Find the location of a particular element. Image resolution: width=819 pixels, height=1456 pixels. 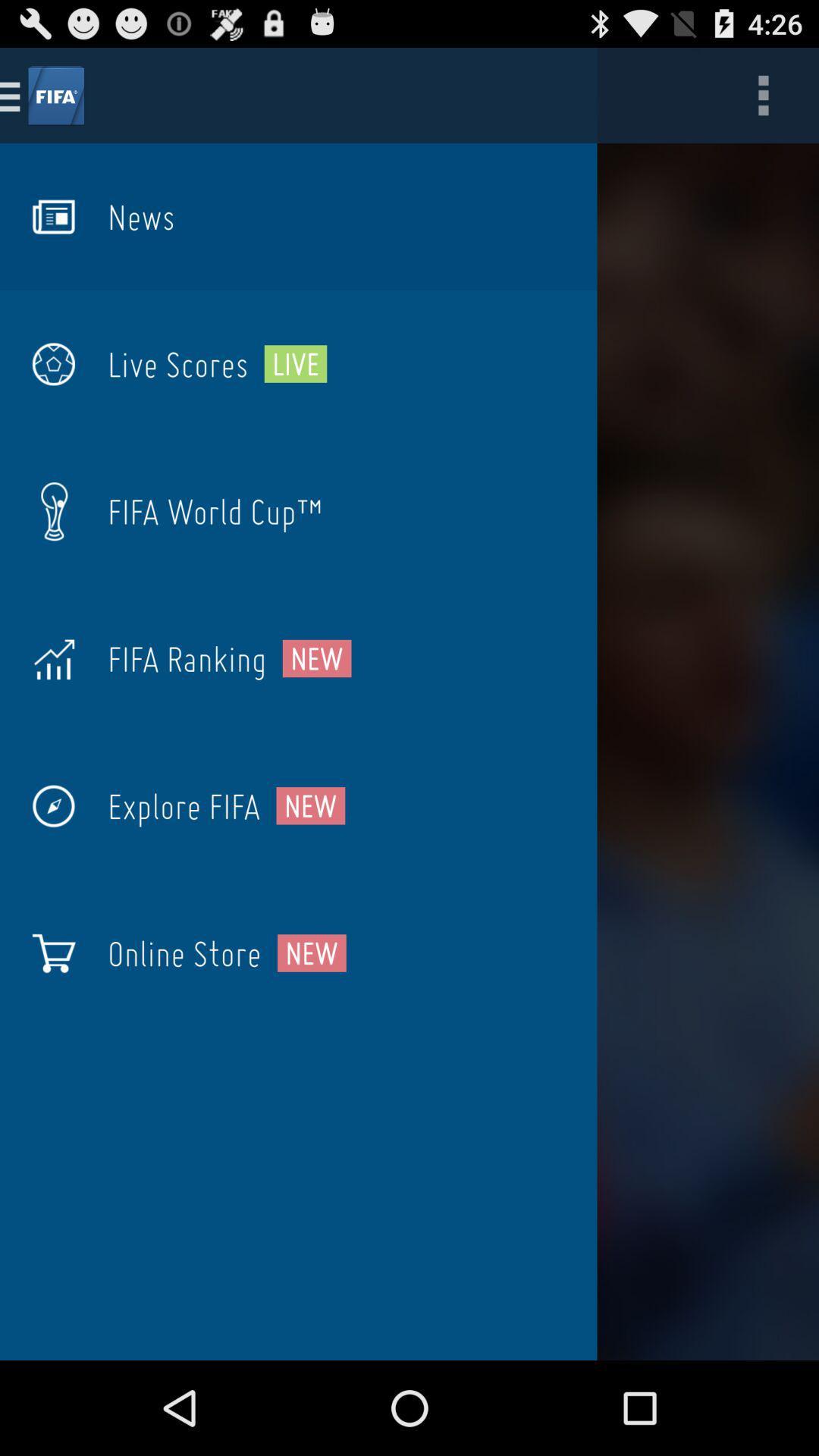

the icon next to new icon is located at coordinates (186, 658).